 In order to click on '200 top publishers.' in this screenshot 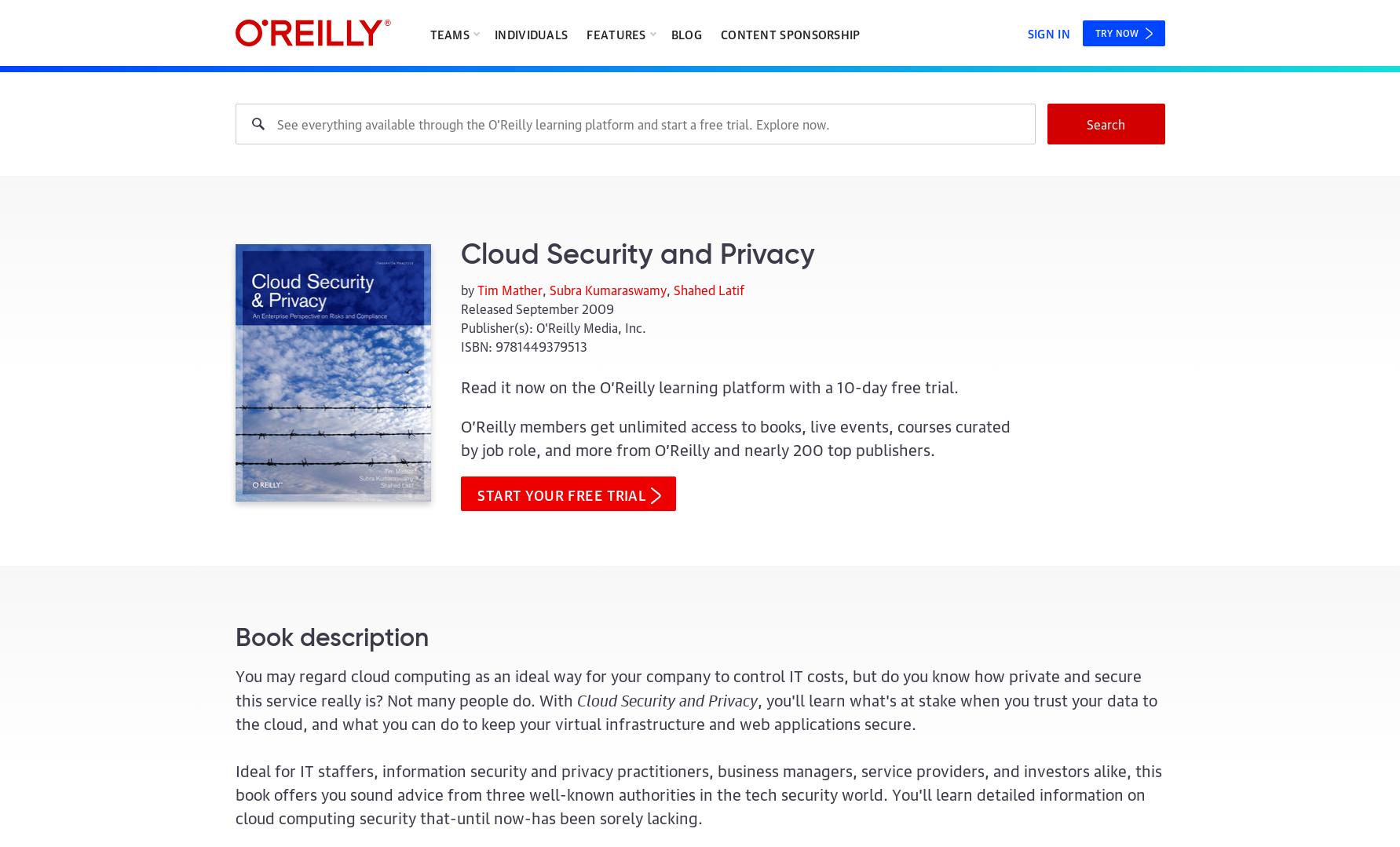, I will do `click(863, 447)`.